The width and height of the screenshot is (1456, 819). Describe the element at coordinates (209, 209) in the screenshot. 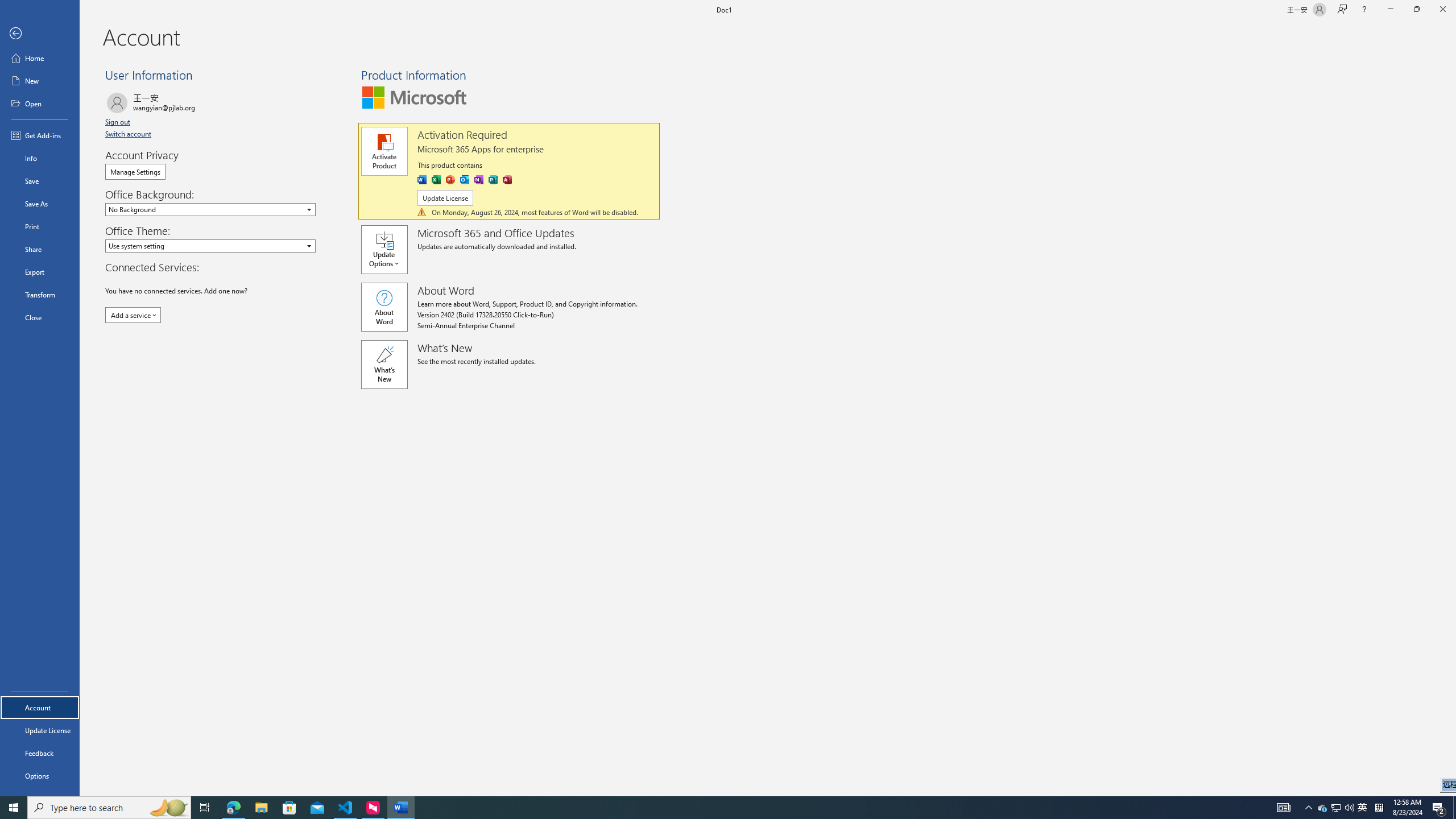

I see `'Office Background'` at that location.